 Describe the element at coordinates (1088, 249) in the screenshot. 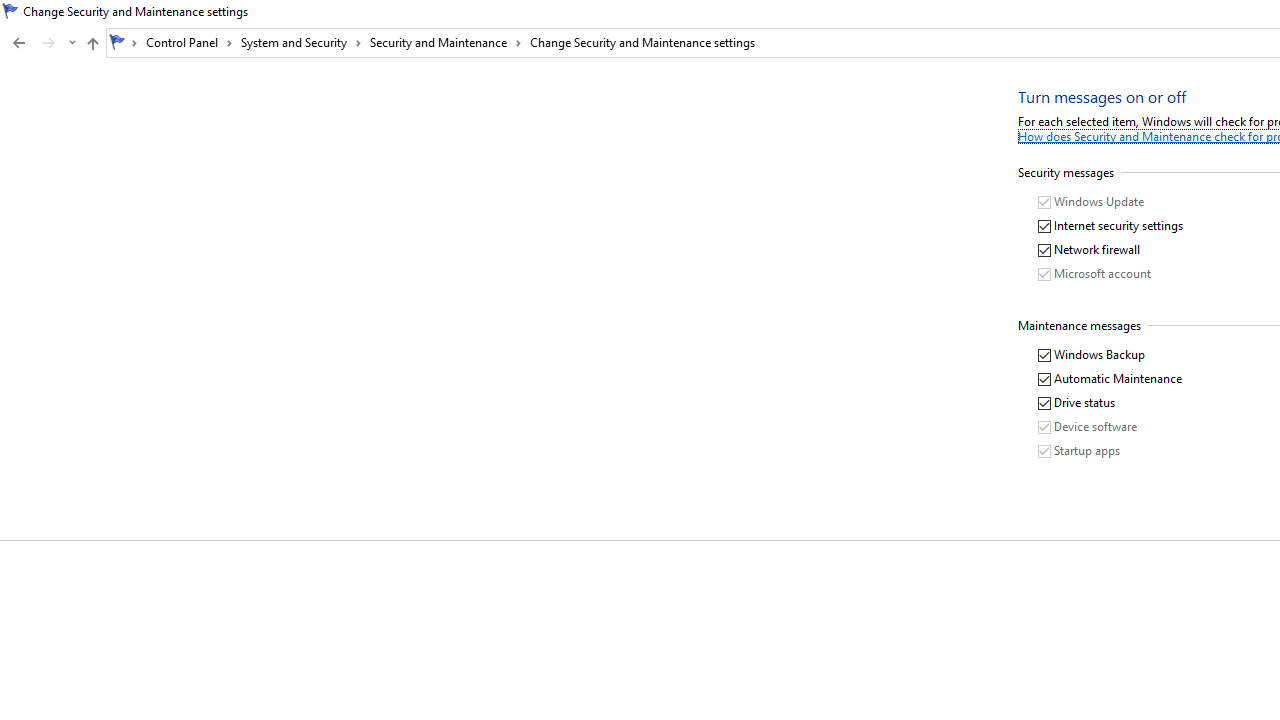

I see `'Network firewall'` at that location.